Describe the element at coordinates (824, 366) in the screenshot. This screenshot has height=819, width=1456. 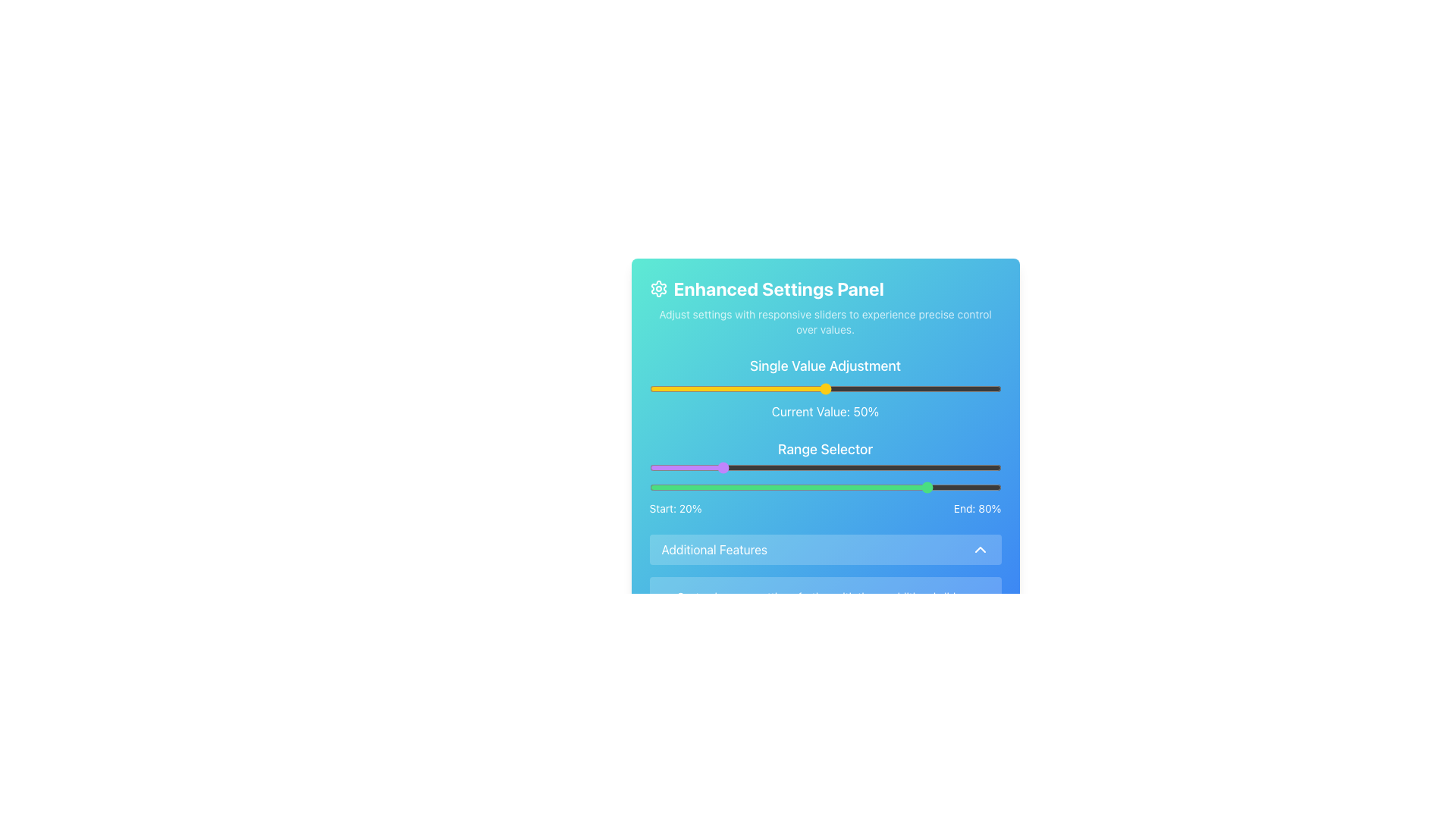
I see `text from the heading label which indicates the purpose of the controls below it` at that location.